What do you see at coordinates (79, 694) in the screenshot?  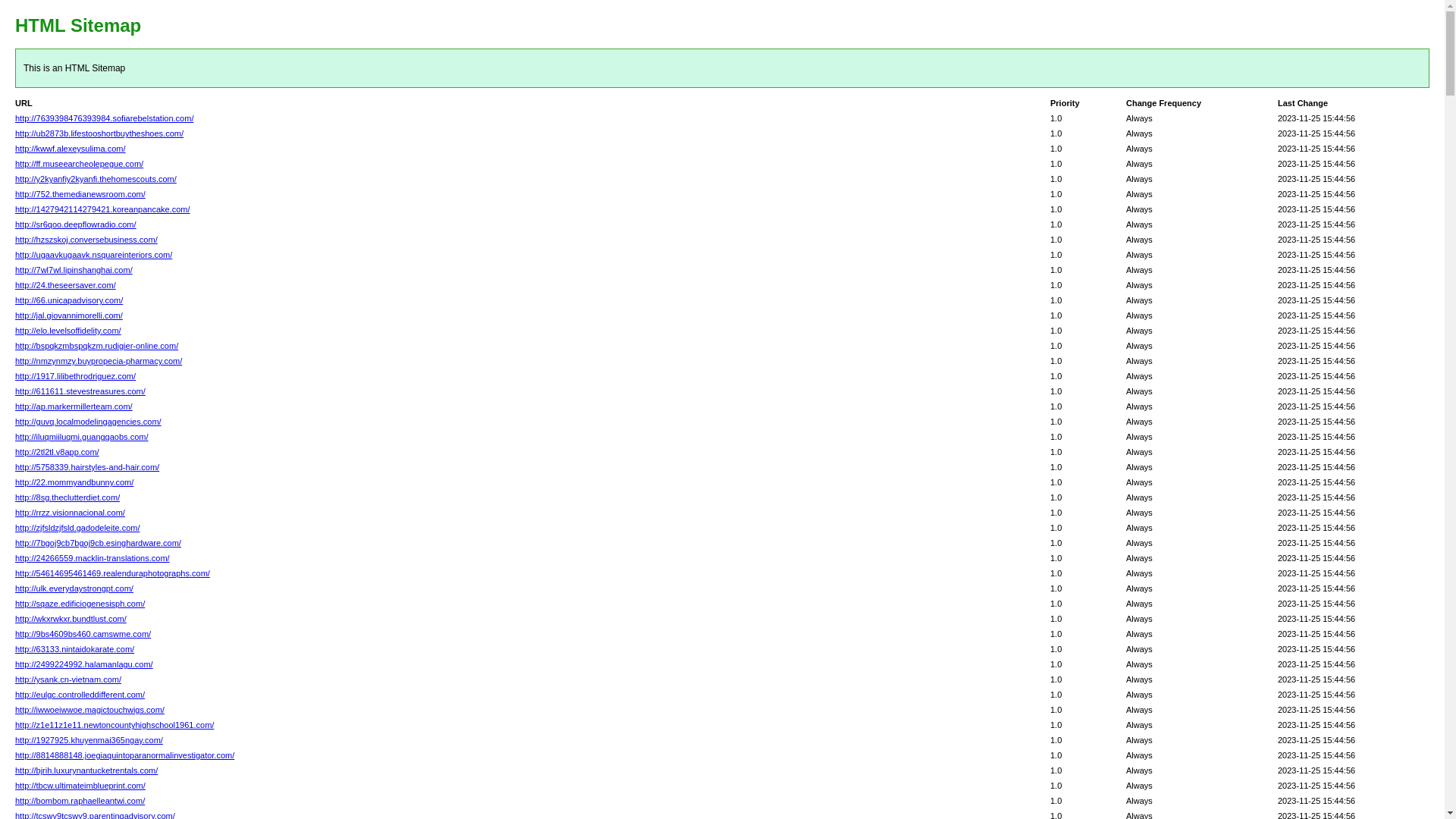 I see `'http://eulgc.controlleddifferent.com/'` at bounding box center [79, 694].